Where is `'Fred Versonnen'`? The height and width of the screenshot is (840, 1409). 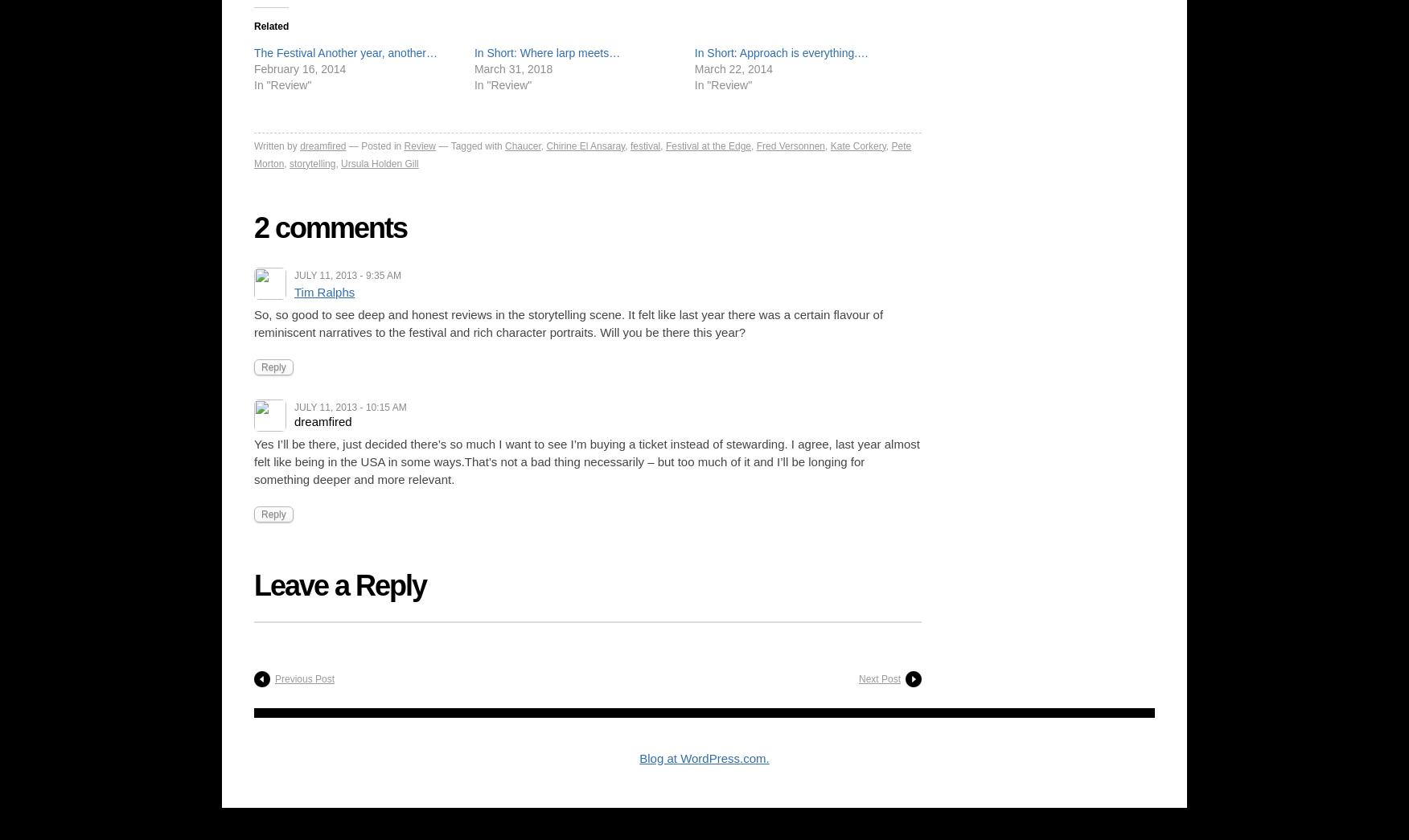 'Fred Versonnen' is located at coordinates (790, 145).